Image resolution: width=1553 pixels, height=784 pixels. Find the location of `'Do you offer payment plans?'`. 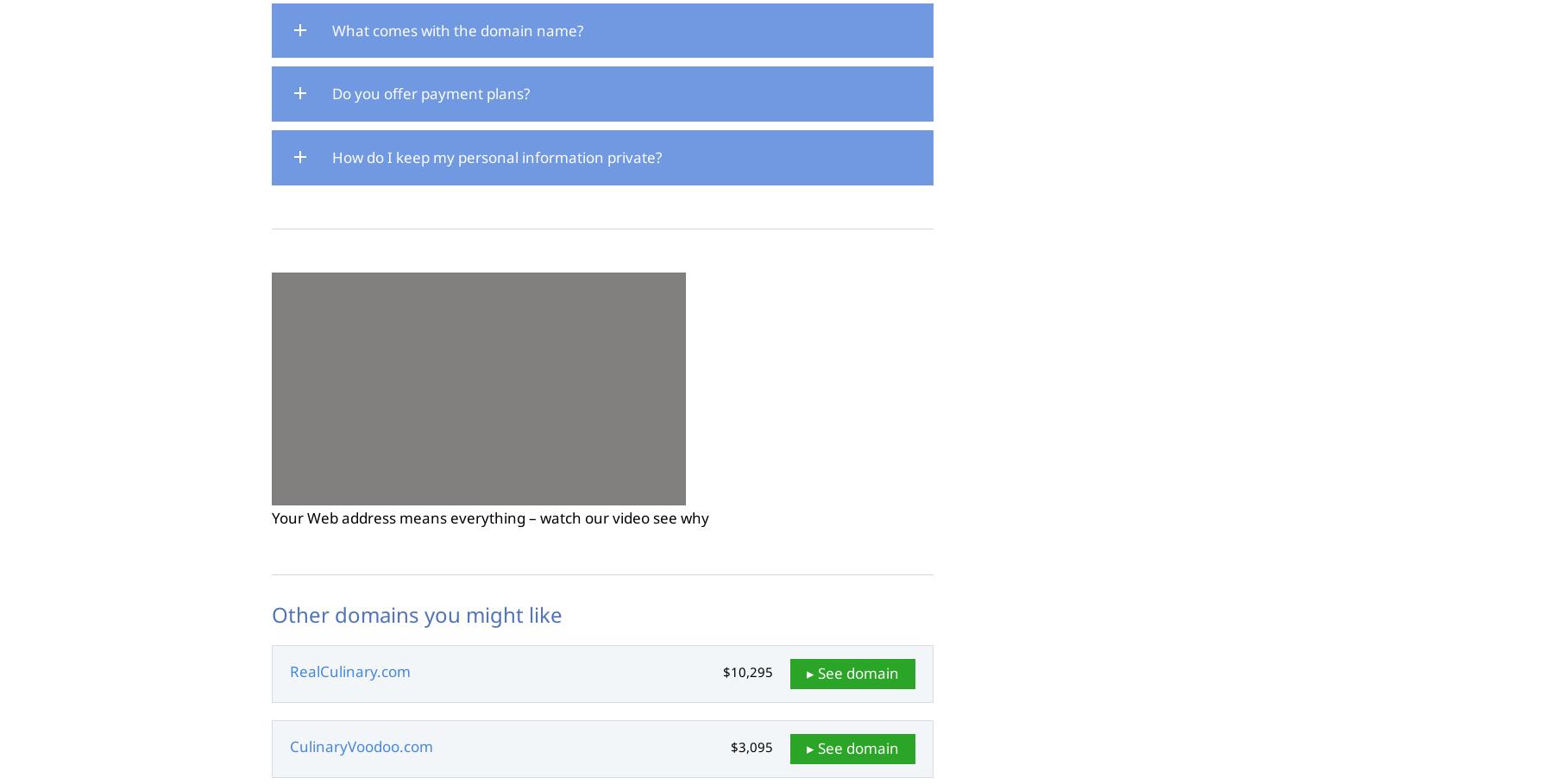

'Do you offer payment plans?' is located at coordinates (430, 93).